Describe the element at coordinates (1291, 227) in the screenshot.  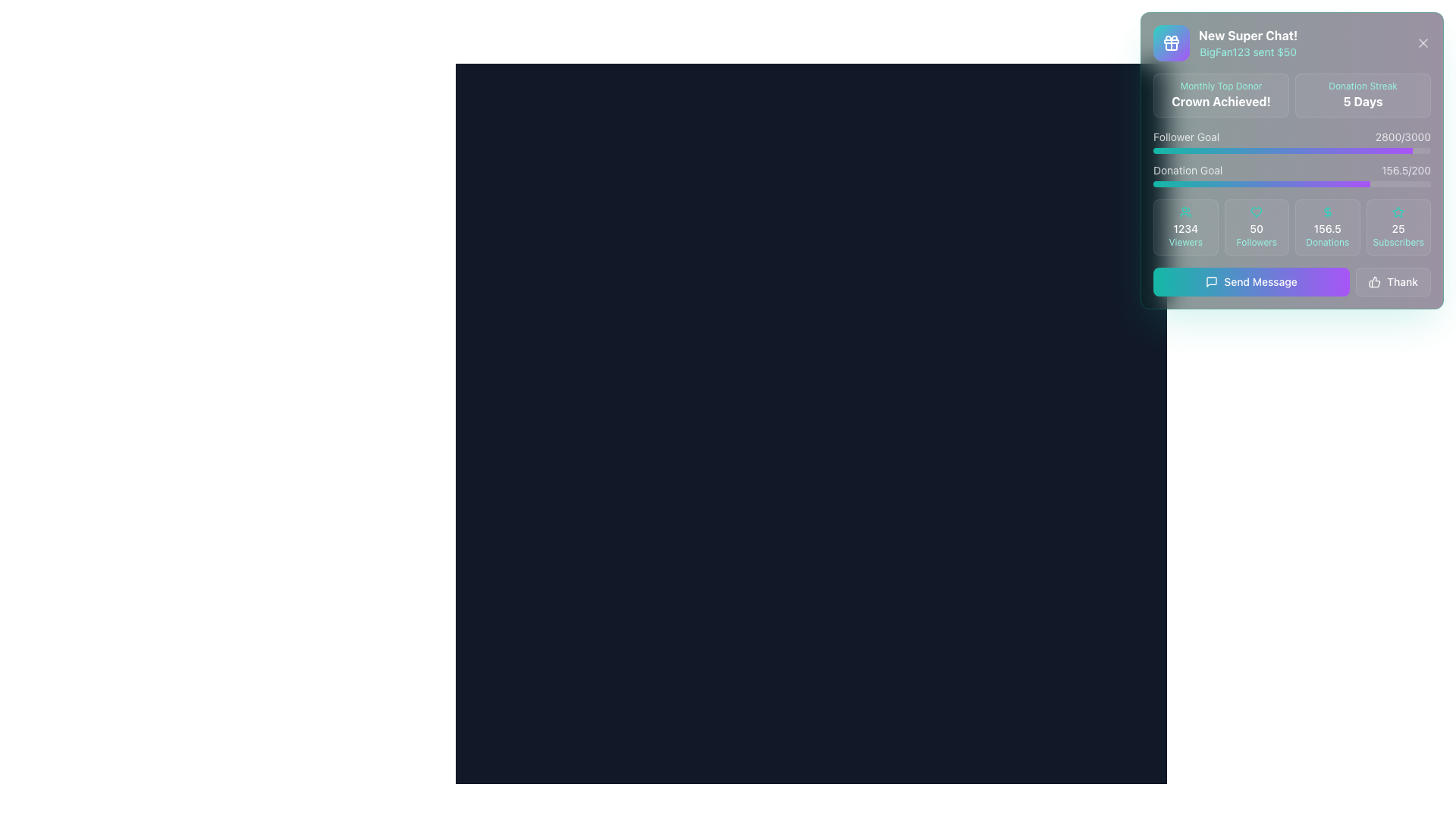
I see `the grid-based information display component that shows statistics related to event or user engagement, positioned above the 'Send Message' and 'Thank' buttons` at that location.